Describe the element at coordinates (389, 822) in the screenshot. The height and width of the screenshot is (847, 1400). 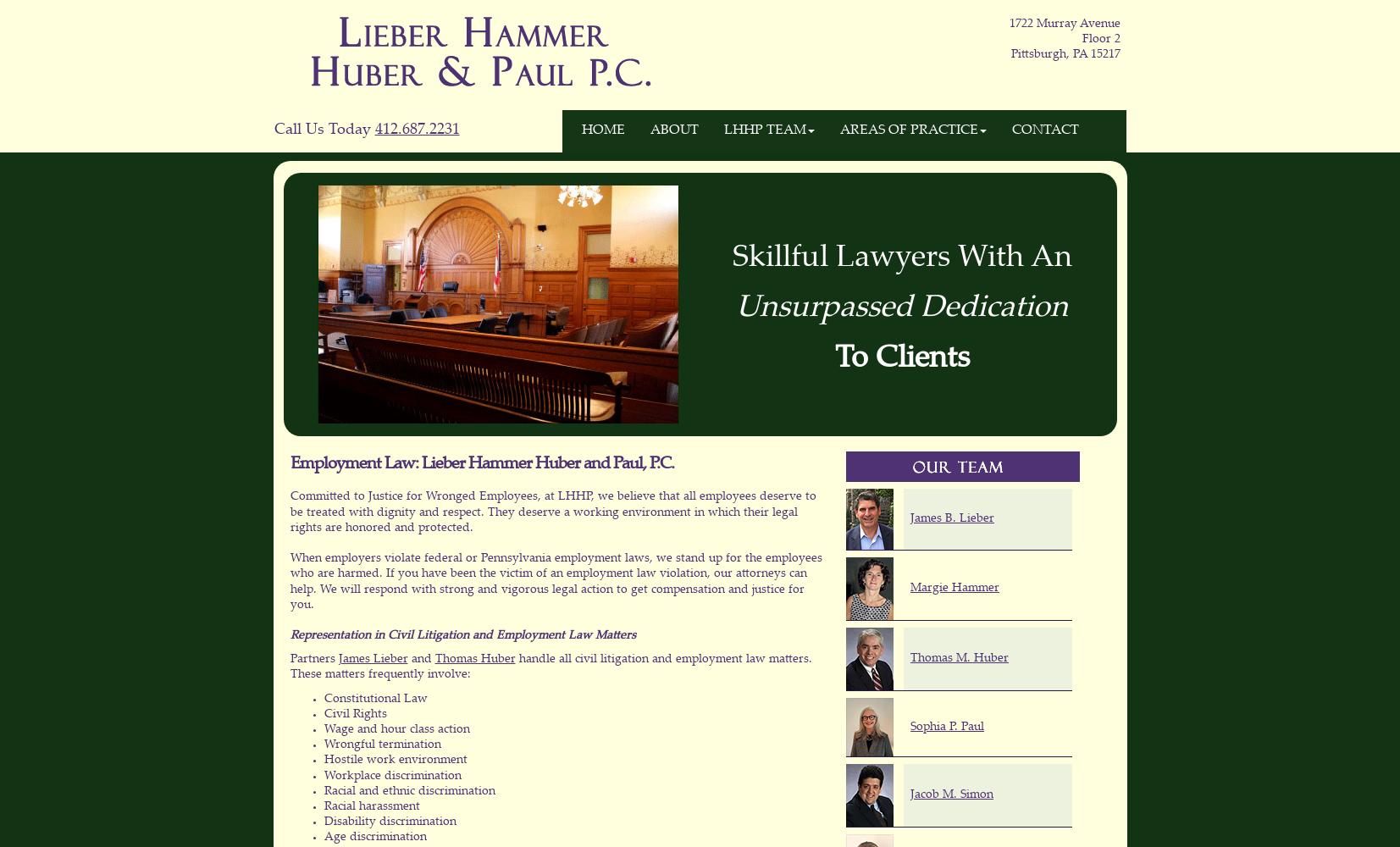
I see `'Disability discrimination'` at that location.